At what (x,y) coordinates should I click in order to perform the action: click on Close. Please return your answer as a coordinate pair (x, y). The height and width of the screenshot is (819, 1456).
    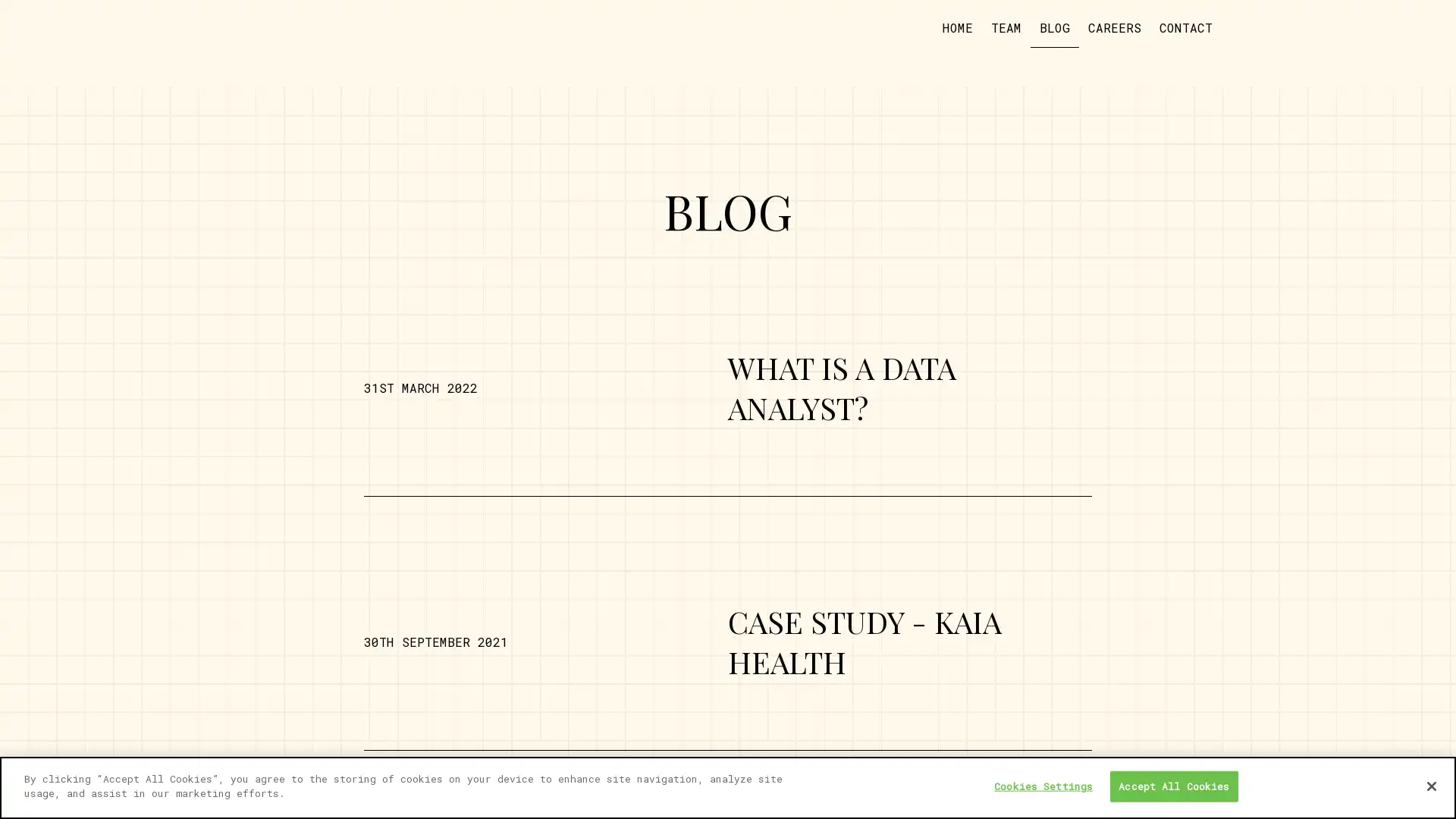
    Looking at the image, I should click on (1430, 785).